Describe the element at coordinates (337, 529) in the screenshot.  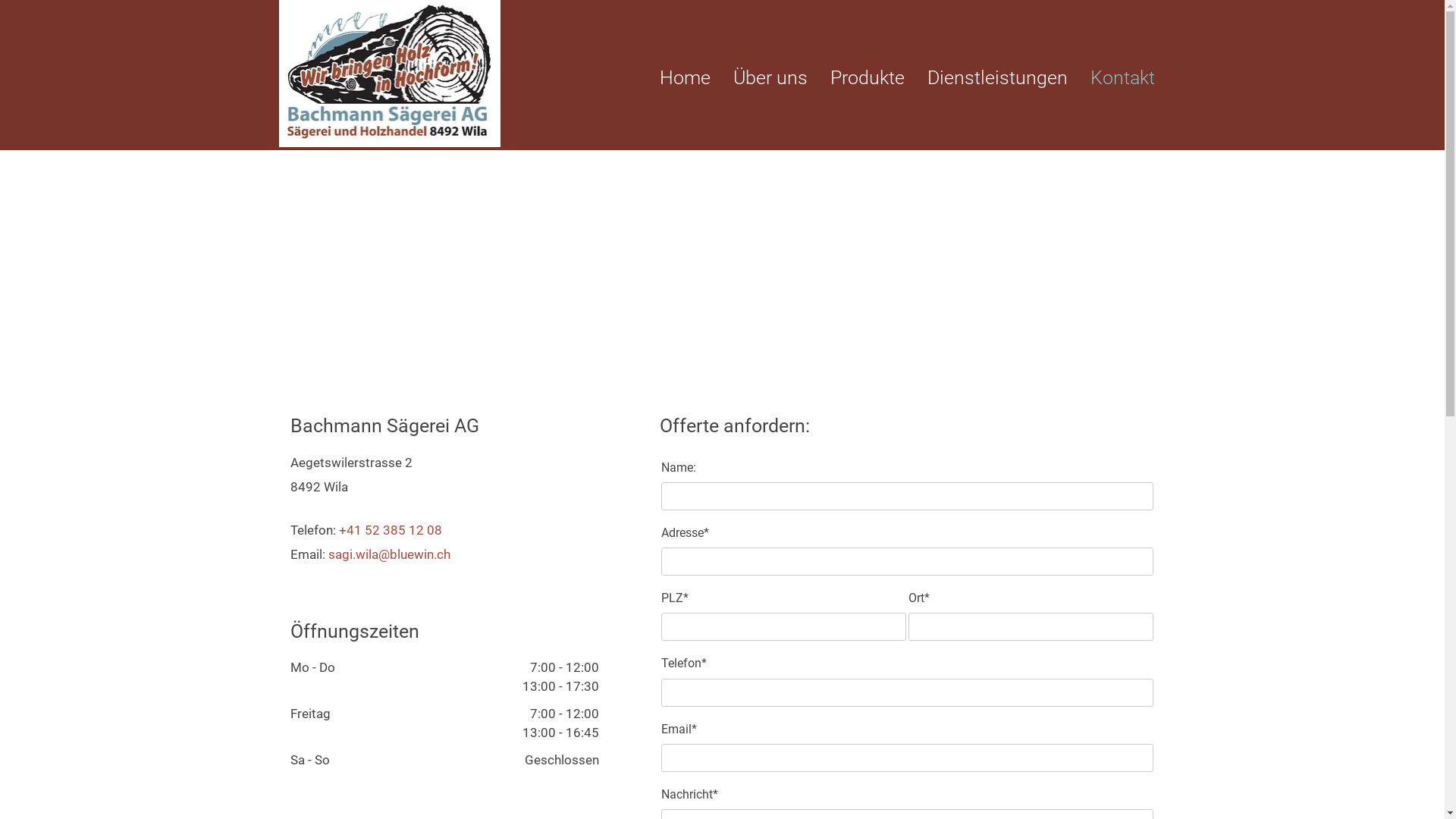
I see `'+41 52 385 12 08'` at that location.